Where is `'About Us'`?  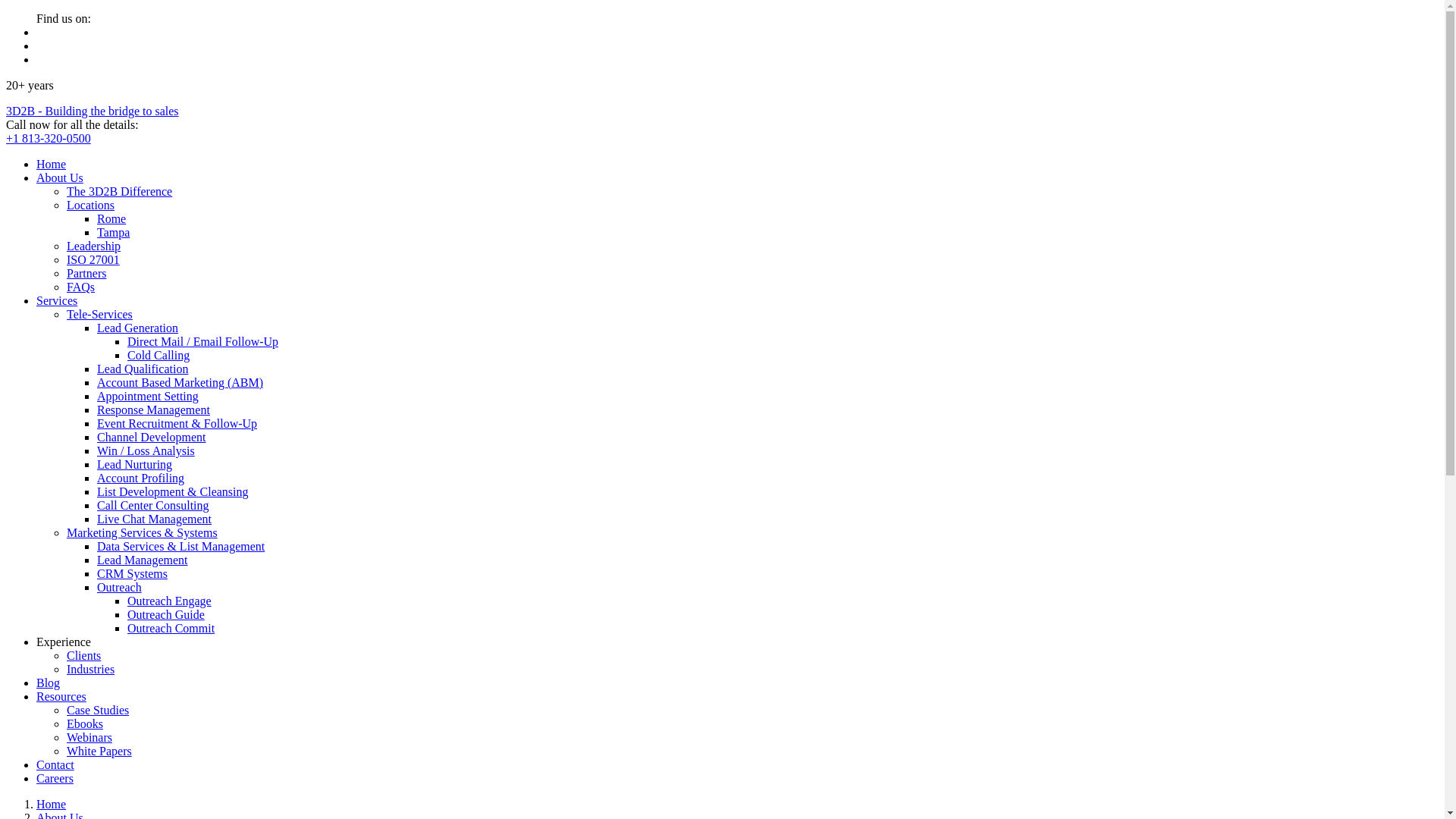 'About Us' is located at coordinates (59, 177).